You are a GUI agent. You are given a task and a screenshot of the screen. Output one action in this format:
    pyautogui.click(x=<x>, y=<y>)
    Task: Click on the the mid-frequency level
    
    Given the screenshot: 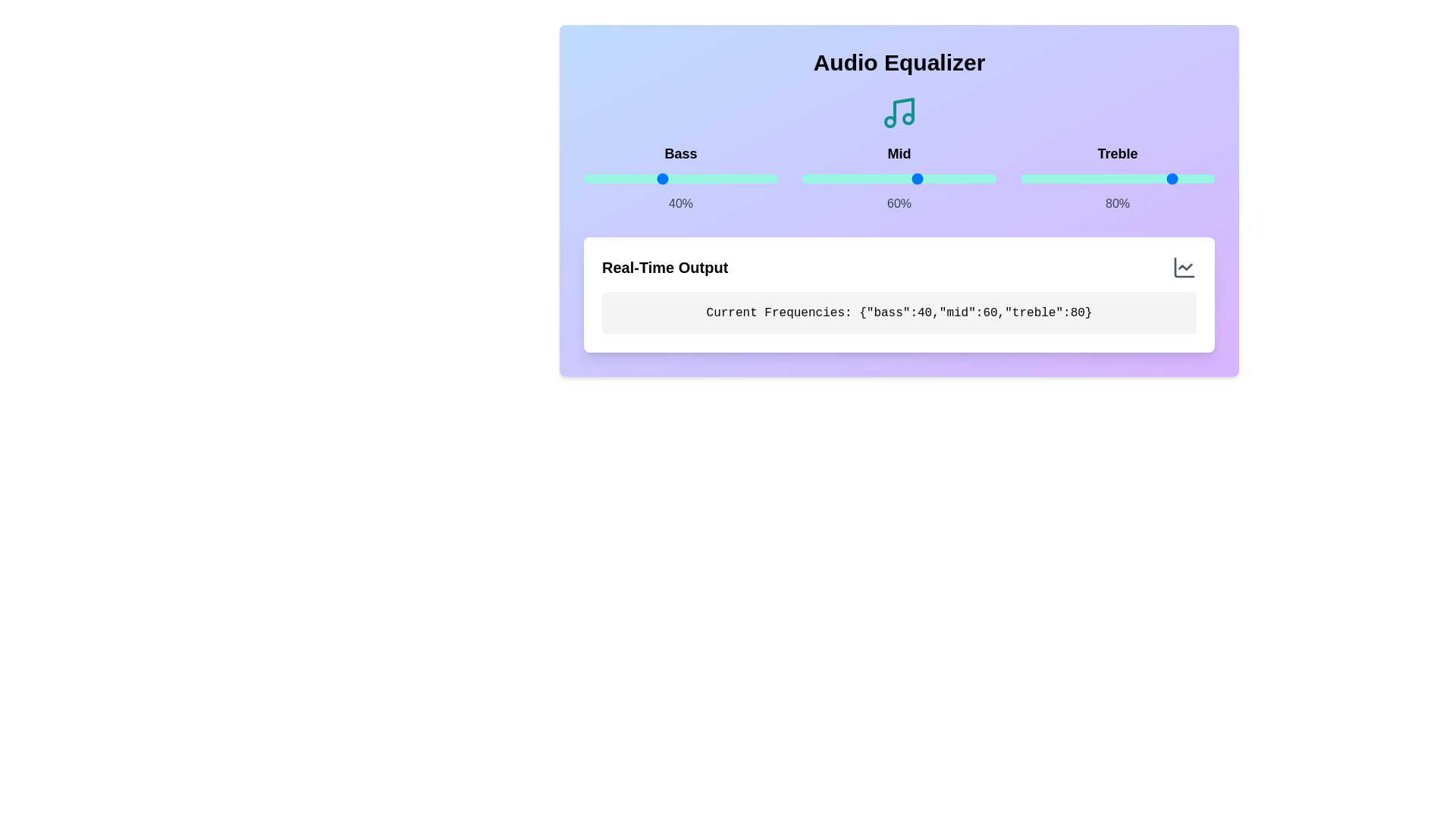 What is the action you would take?
    pyautogui.click(x=803, y=177)
    